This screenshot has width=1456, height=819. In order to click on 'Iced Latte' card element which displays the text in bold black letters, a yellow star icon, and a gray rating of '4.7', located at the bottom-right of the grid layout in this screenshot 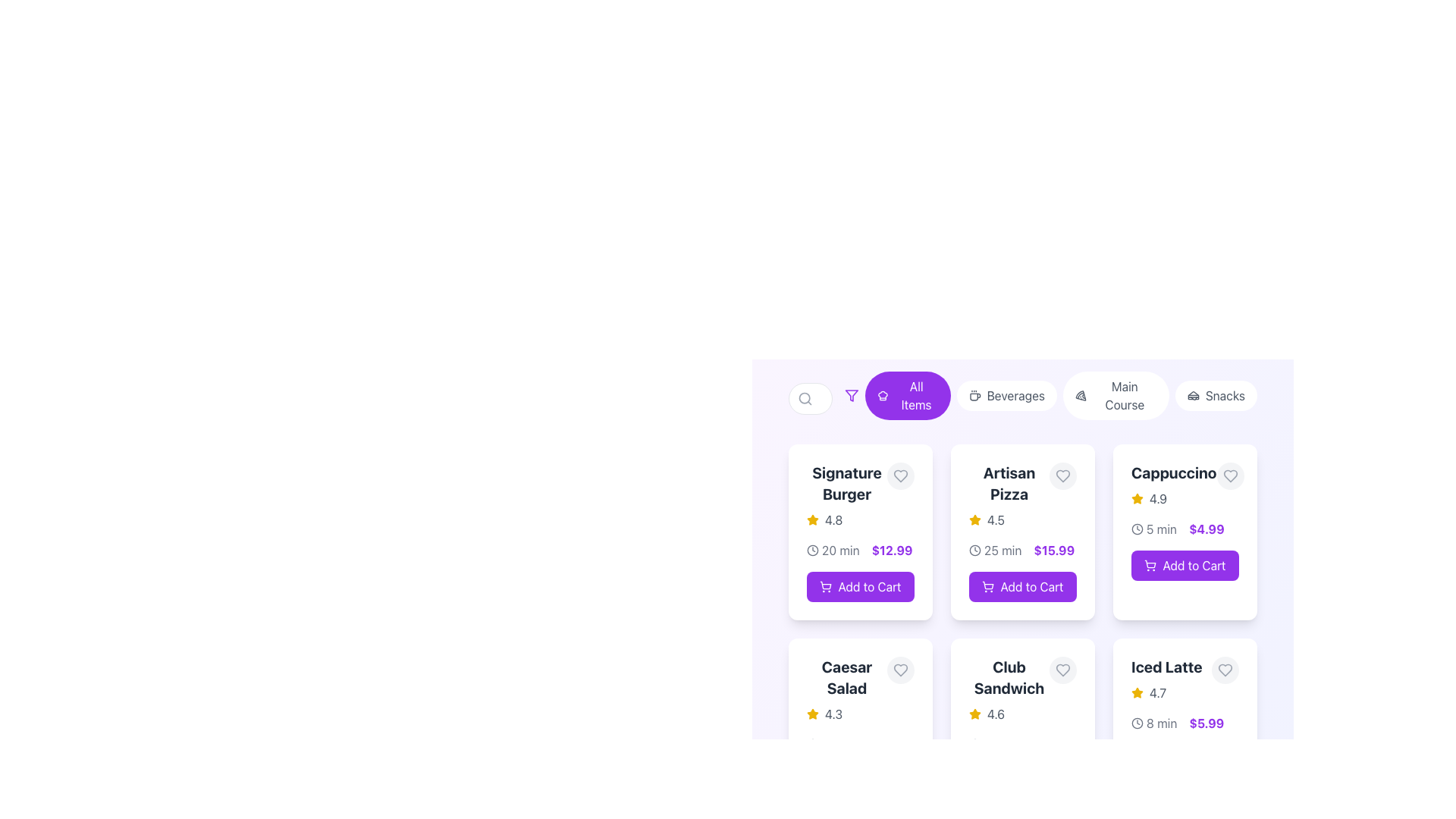, I will do `click(1166, 678)`.